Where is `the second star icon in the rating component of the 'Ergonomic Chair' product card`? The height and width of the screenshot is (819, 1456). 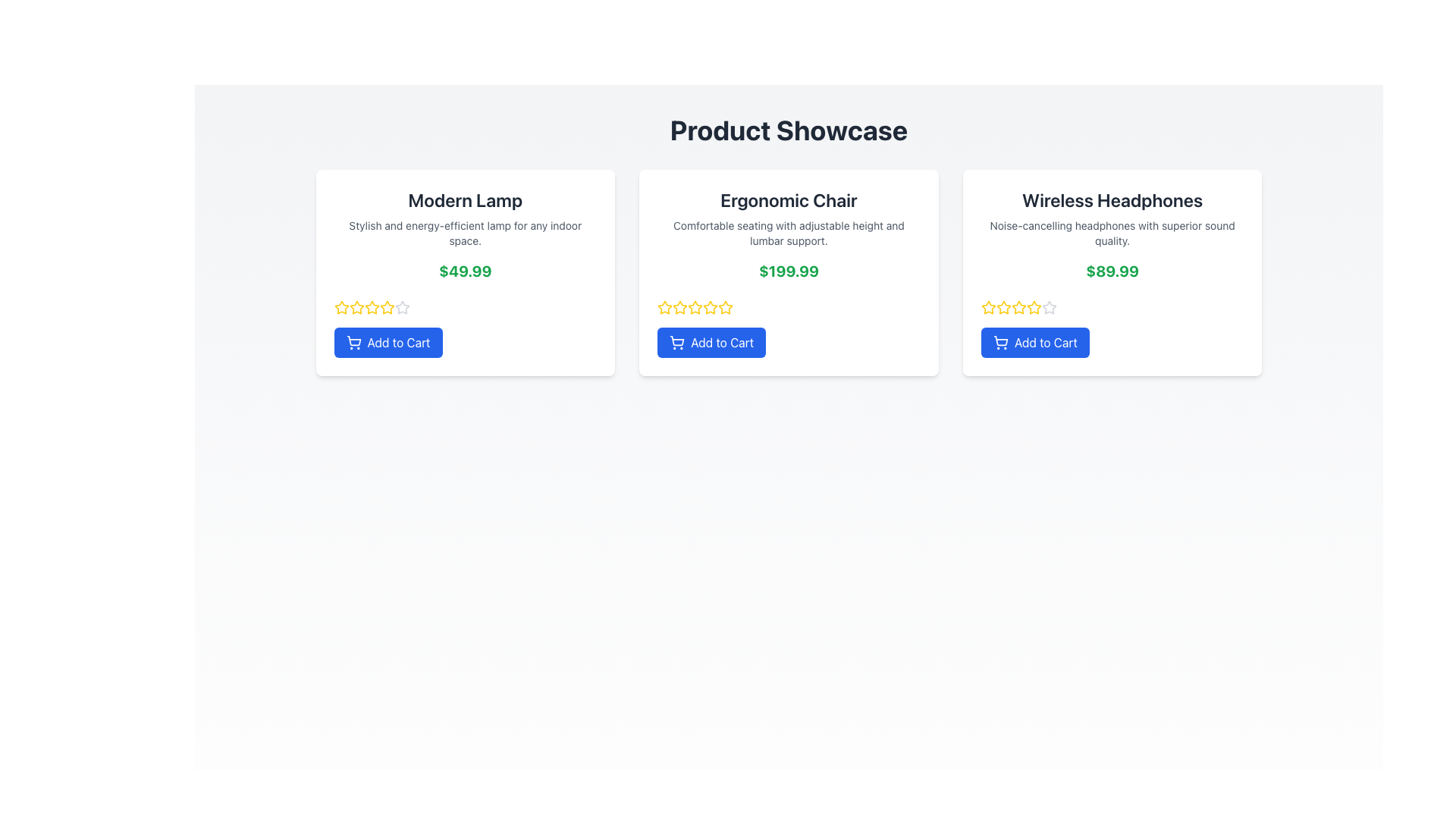 the second star icon in the rating component of the 'Ergonomic Chair' product card is located at coordinates (679, 307).